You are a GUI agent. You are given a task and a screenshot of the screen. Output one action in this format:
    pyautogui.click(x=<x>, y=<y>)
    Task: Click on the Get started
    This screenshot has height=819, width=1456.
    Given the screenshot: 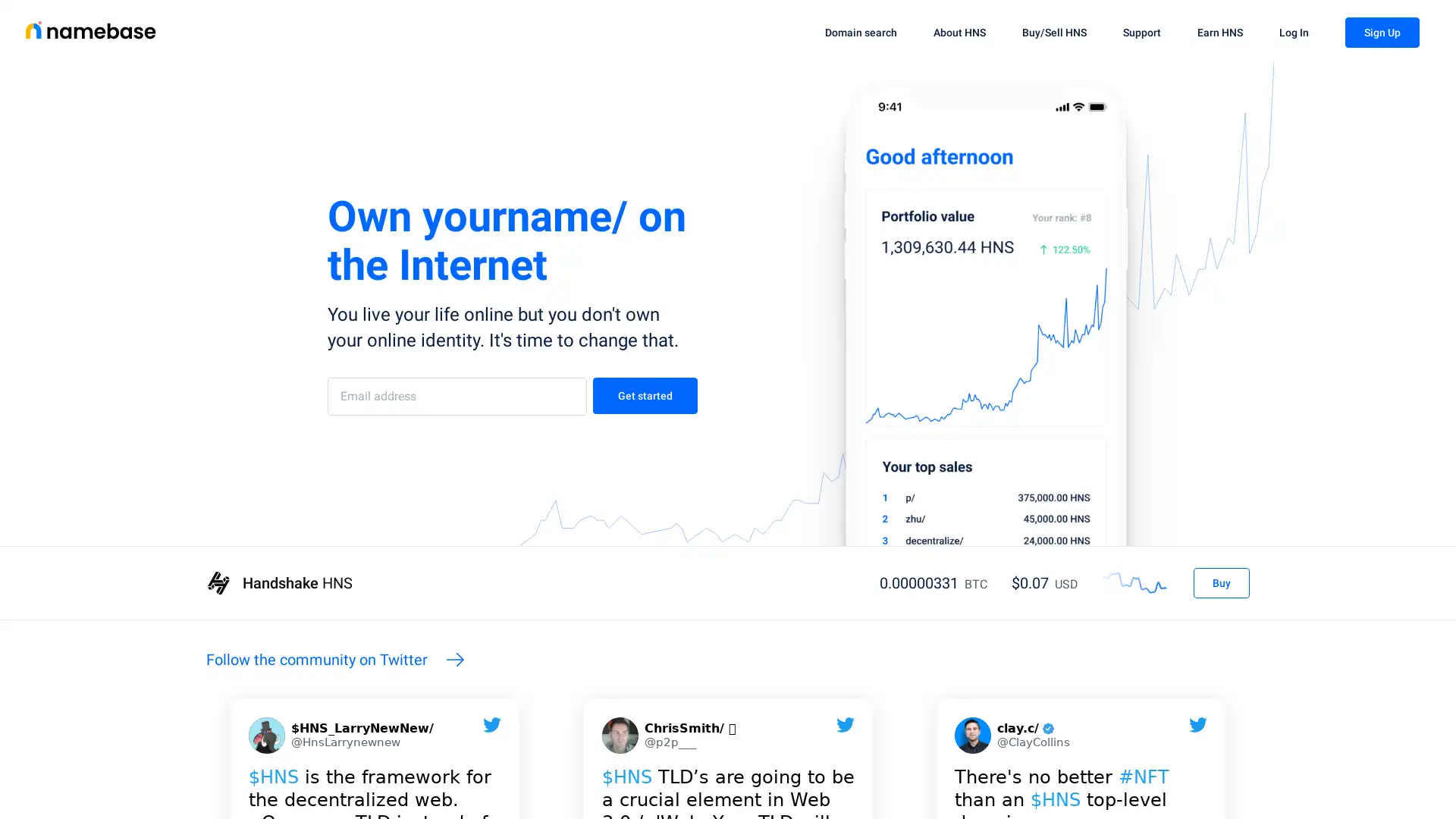 What is the action you would take?
    pyautogui.click(x=645, y=394)
    